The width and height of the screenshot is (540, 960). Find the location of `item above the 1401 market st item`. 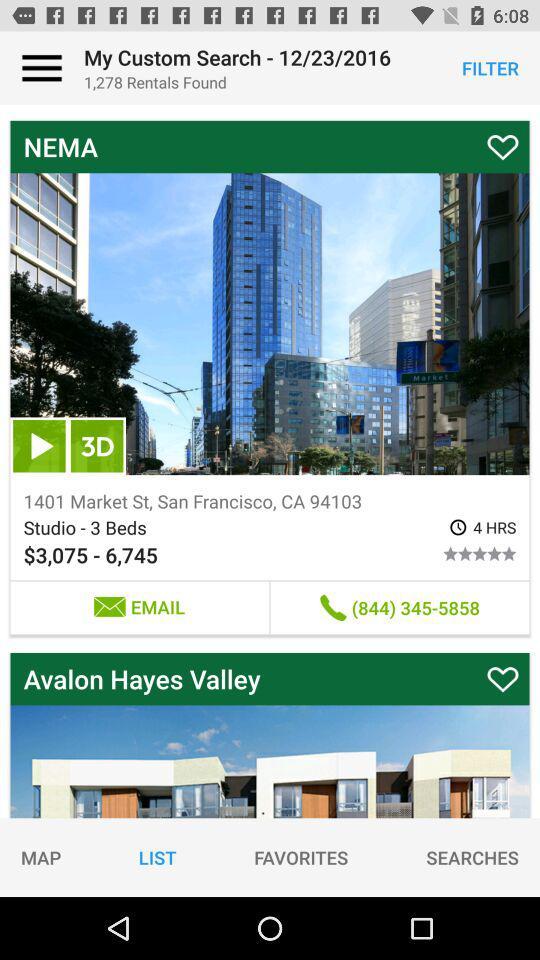

item above the 1401 market st item is located at coordinates (39, 446).